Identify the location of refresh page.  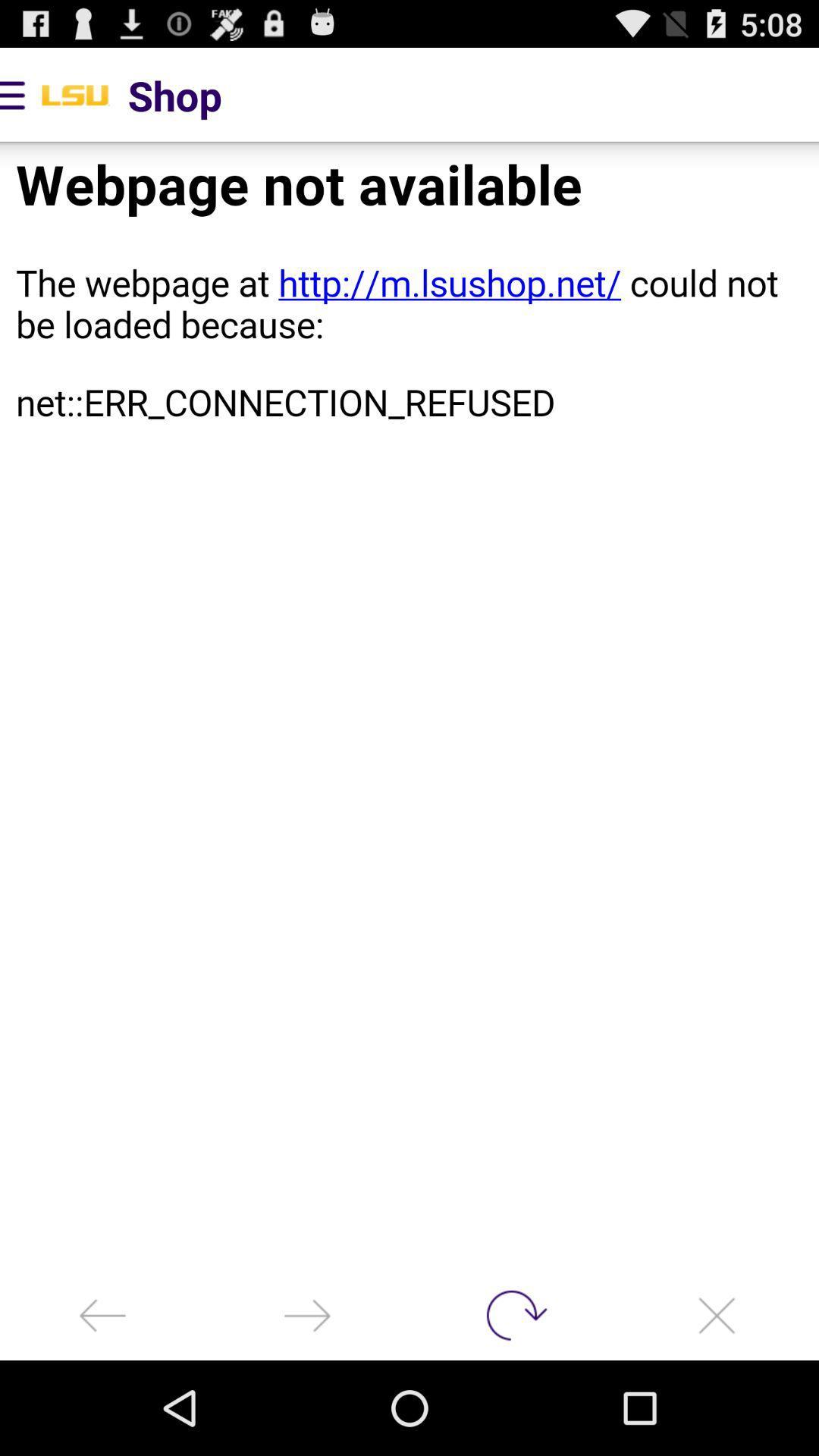
(512, 1314).